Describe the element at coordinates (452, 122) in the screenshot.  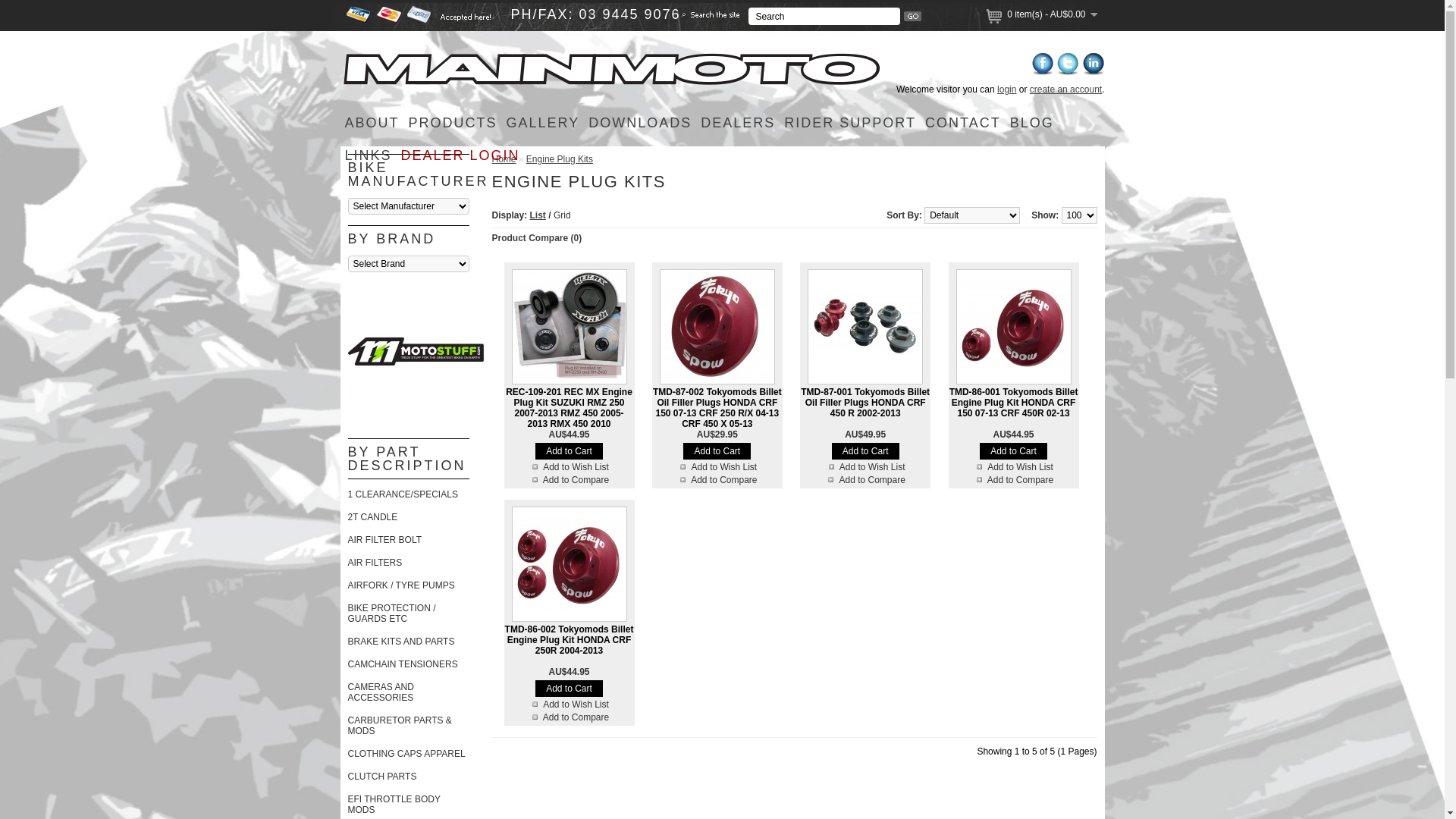
I see `'PRODUCTS'` at that location.